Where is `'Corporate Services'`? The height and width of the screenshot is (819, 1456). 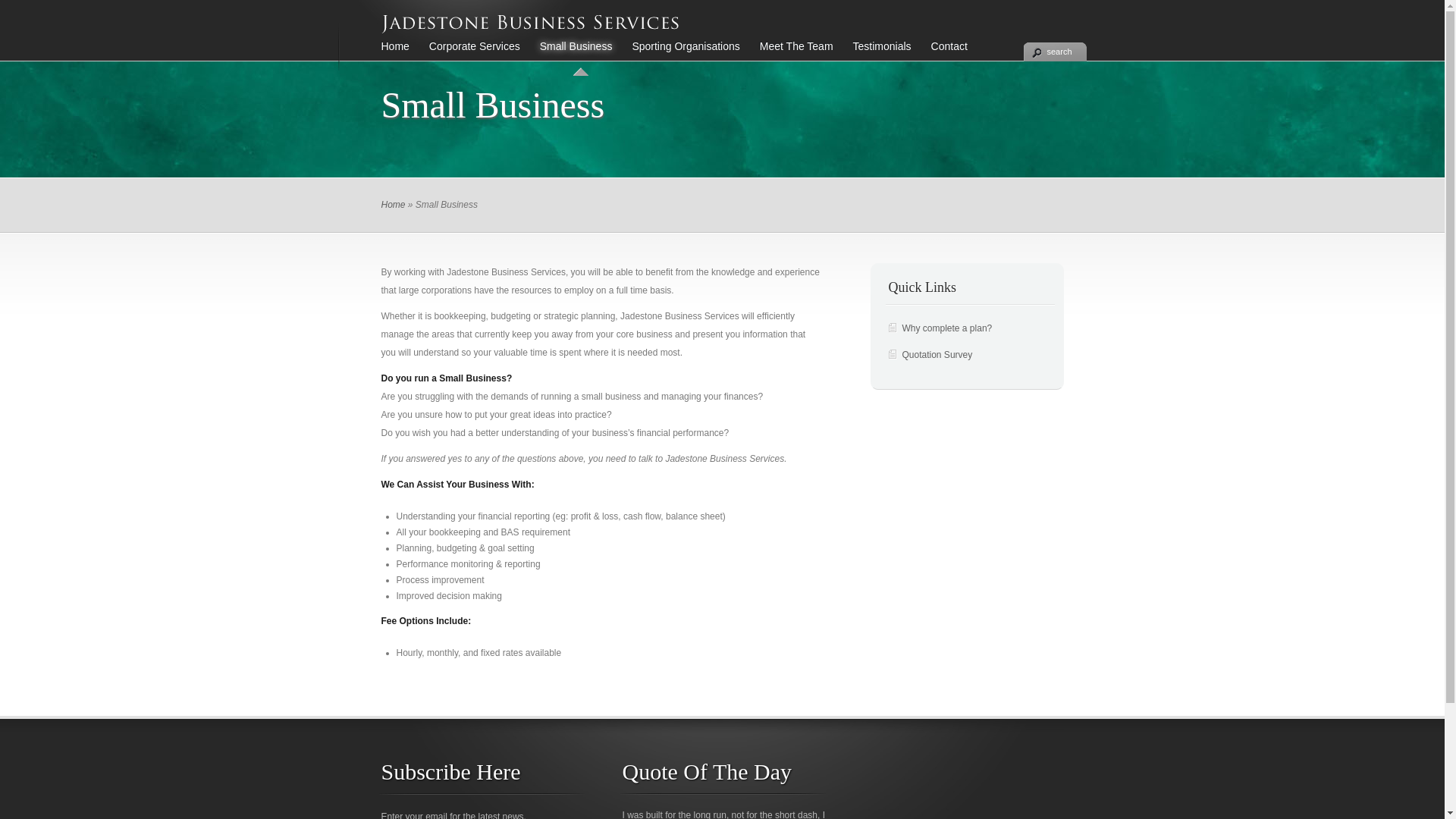
'Corporate Services' is located at coordinates (419, 54).